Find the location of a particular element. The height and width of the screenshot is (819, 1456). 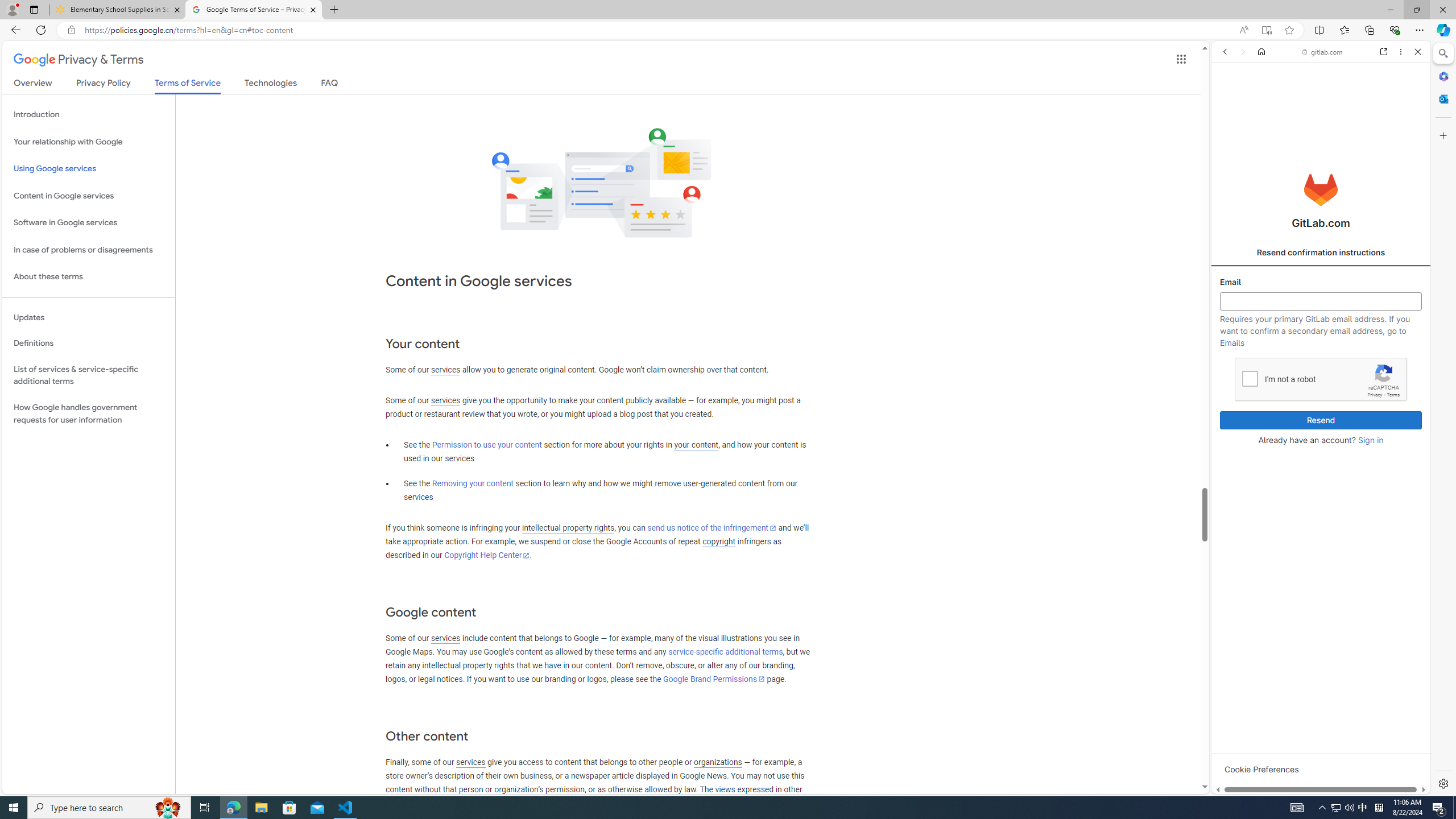

'Cookie Preferences' is located at coordinates (1261, 768).